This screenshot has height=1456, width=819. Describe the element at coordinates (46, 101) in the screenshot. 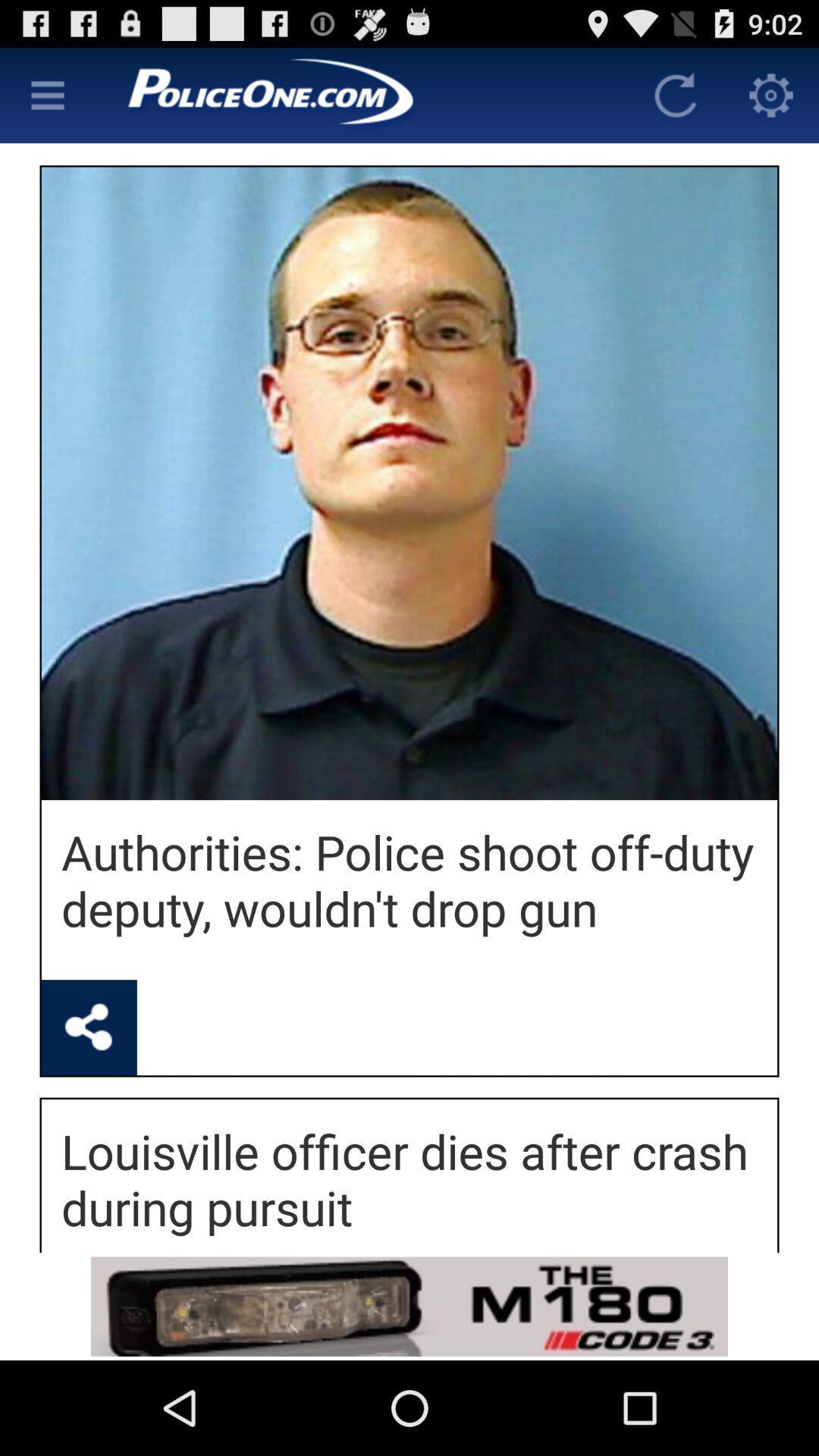

I see `the menu icon` at that location.